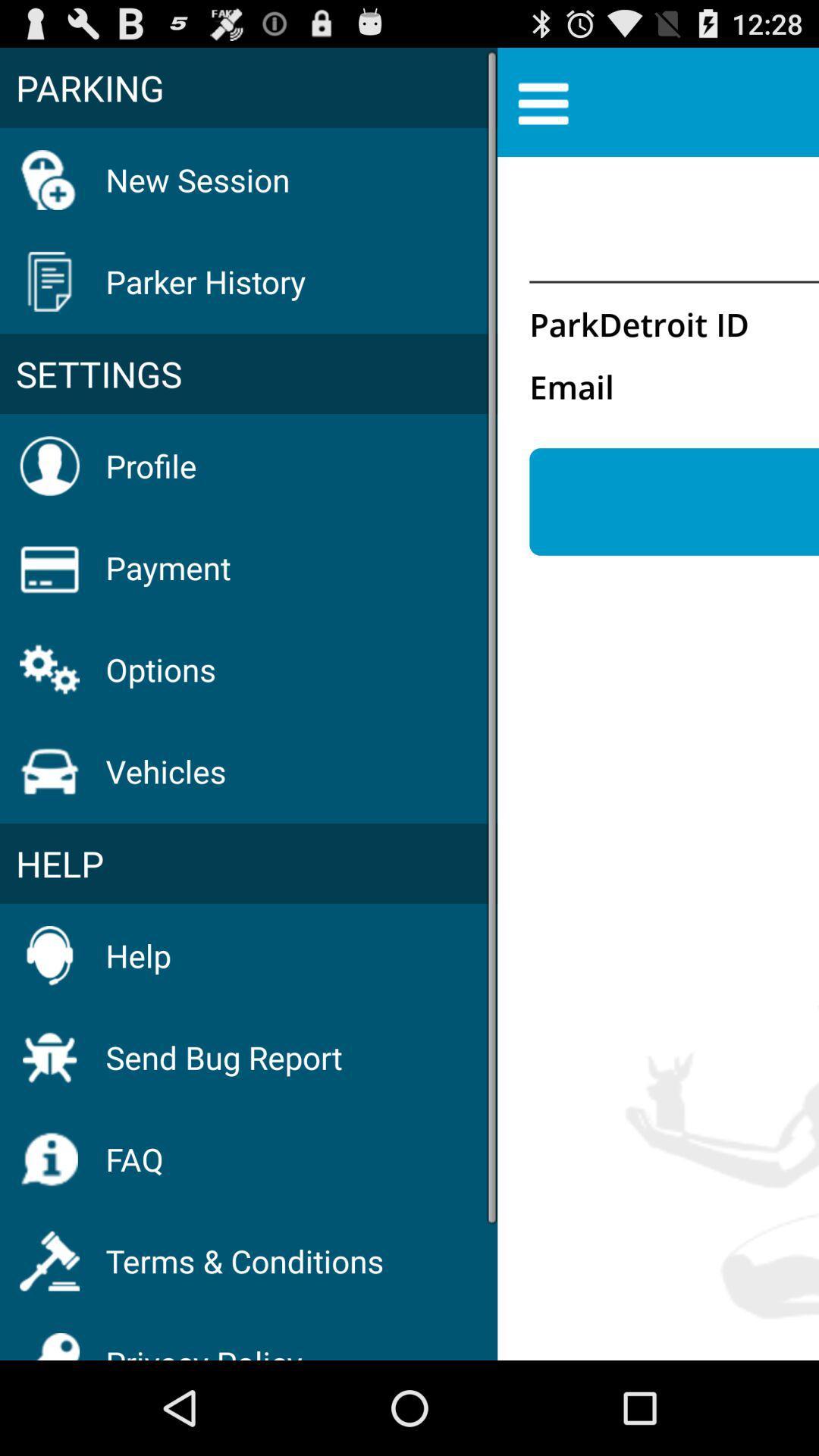 Image resolution: width=819 pixels, height=1456 pixels. Describe the element at coordinates (224, 1056) in the screenshot. I see `send bug report` at that location.